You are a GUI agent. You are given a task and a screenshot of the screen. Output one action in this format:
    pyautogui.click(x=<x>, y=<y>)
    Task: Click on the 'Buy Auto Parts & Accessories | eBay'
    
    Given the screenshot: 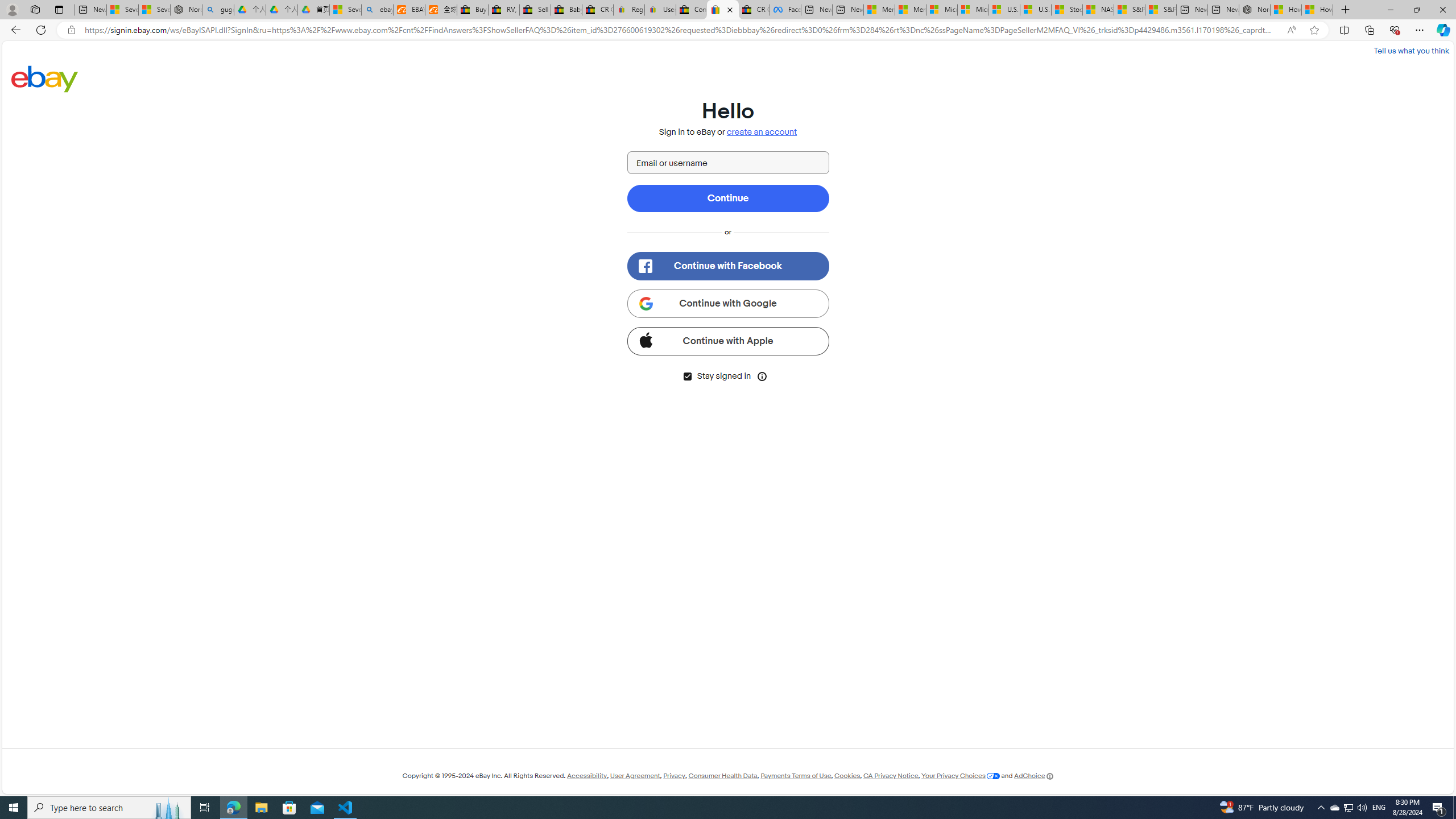 What is the action you would take?
    pyautogui.click(x=473, y=9)
    